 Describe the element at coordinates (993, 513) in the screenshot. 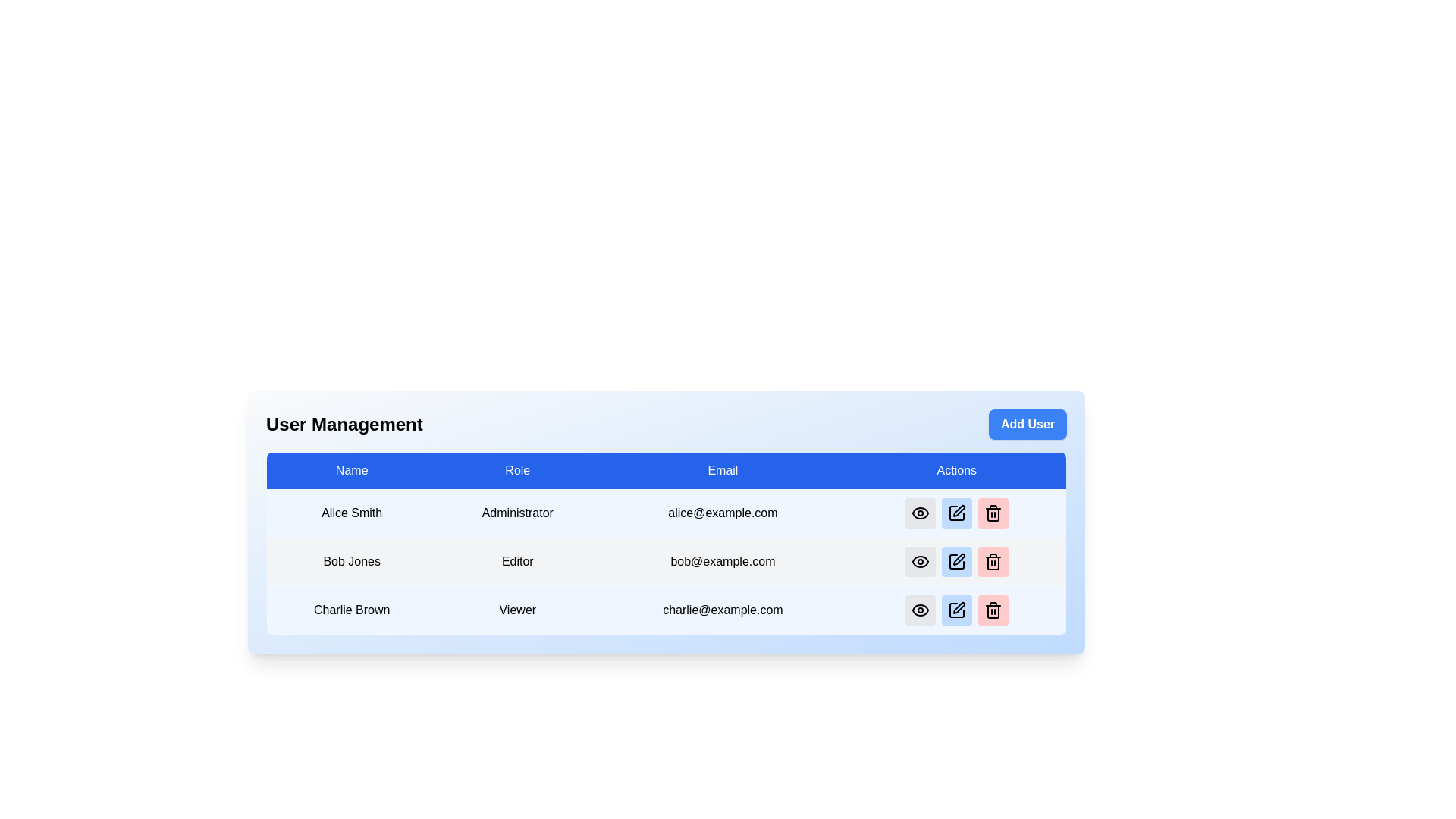

I see `the trash icon button with a red background and black outlines located` at that location.